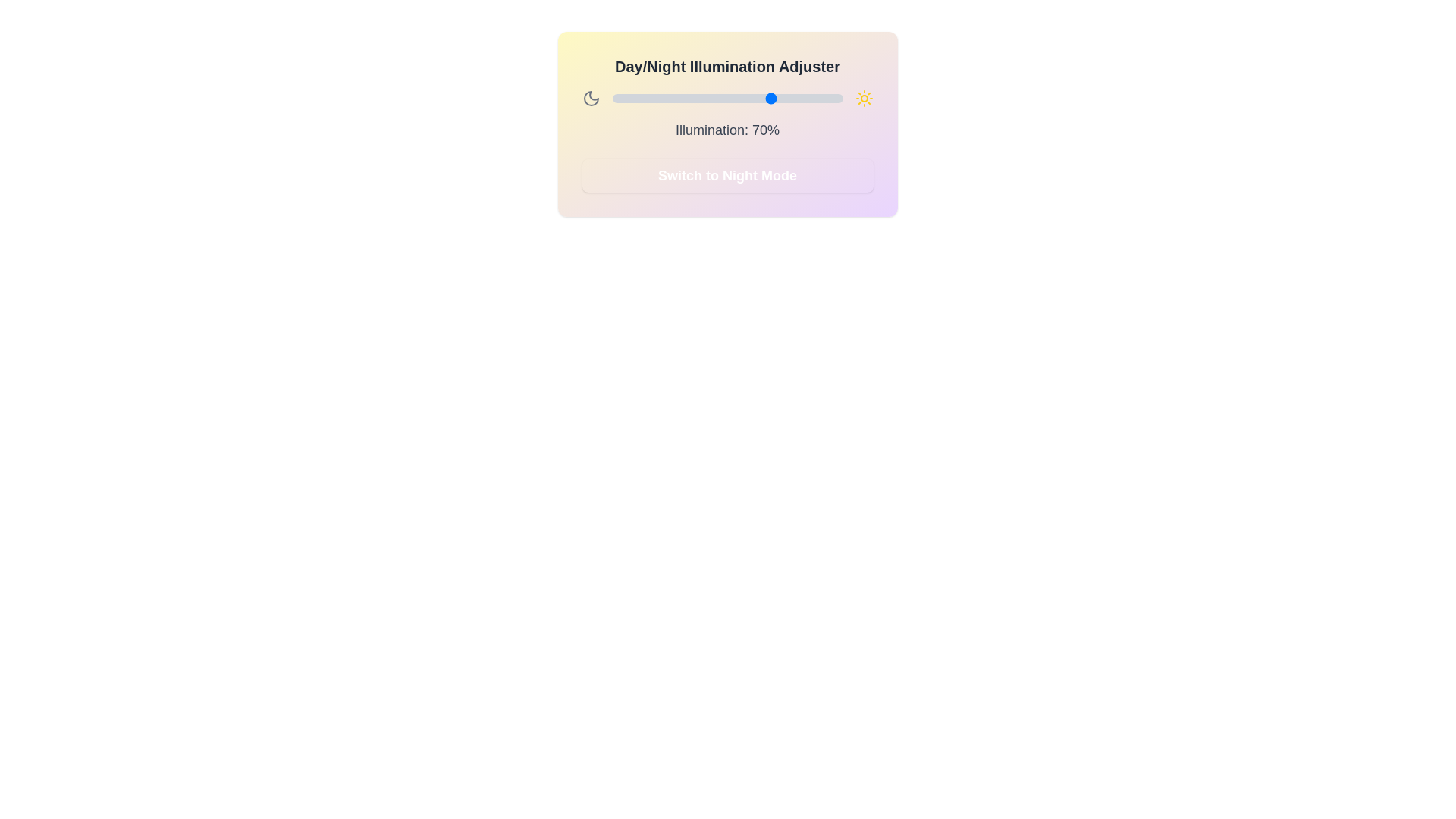  What do you see at coordinates (830, 99) in the screenshot?
I see `the illumination level to 95% by dragging the slider` at bounding box center [830, 99].